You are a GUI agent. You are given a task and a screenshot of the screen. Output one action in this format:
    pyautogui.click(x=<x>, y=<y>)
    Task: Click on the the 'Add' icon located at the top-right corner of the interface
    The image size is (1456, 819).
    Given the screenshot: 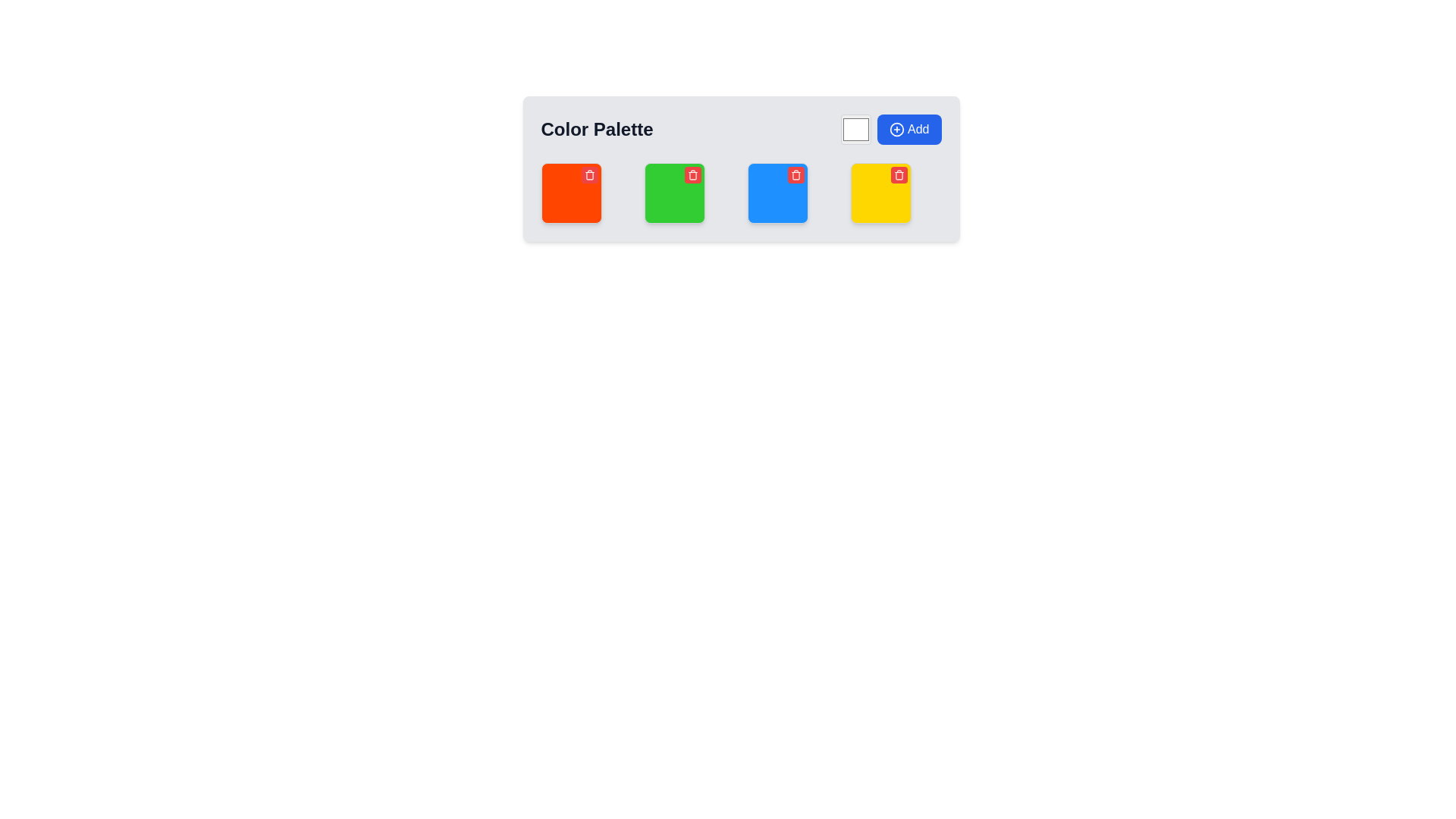 What is the action you would take?
    pyautogui.click(x=897, y=128)
    